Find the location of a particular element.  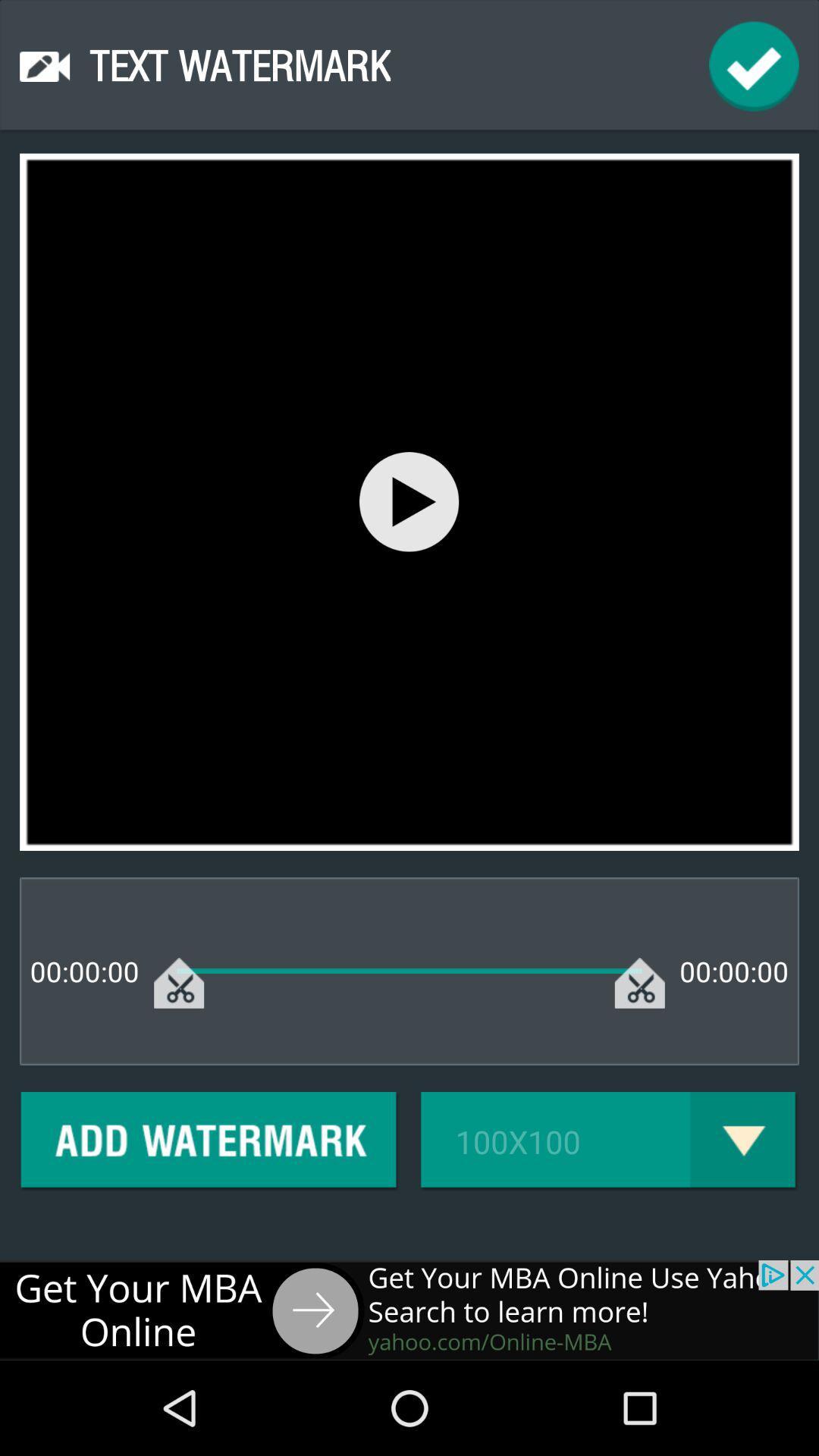

button is located at coordinates (408, 501).